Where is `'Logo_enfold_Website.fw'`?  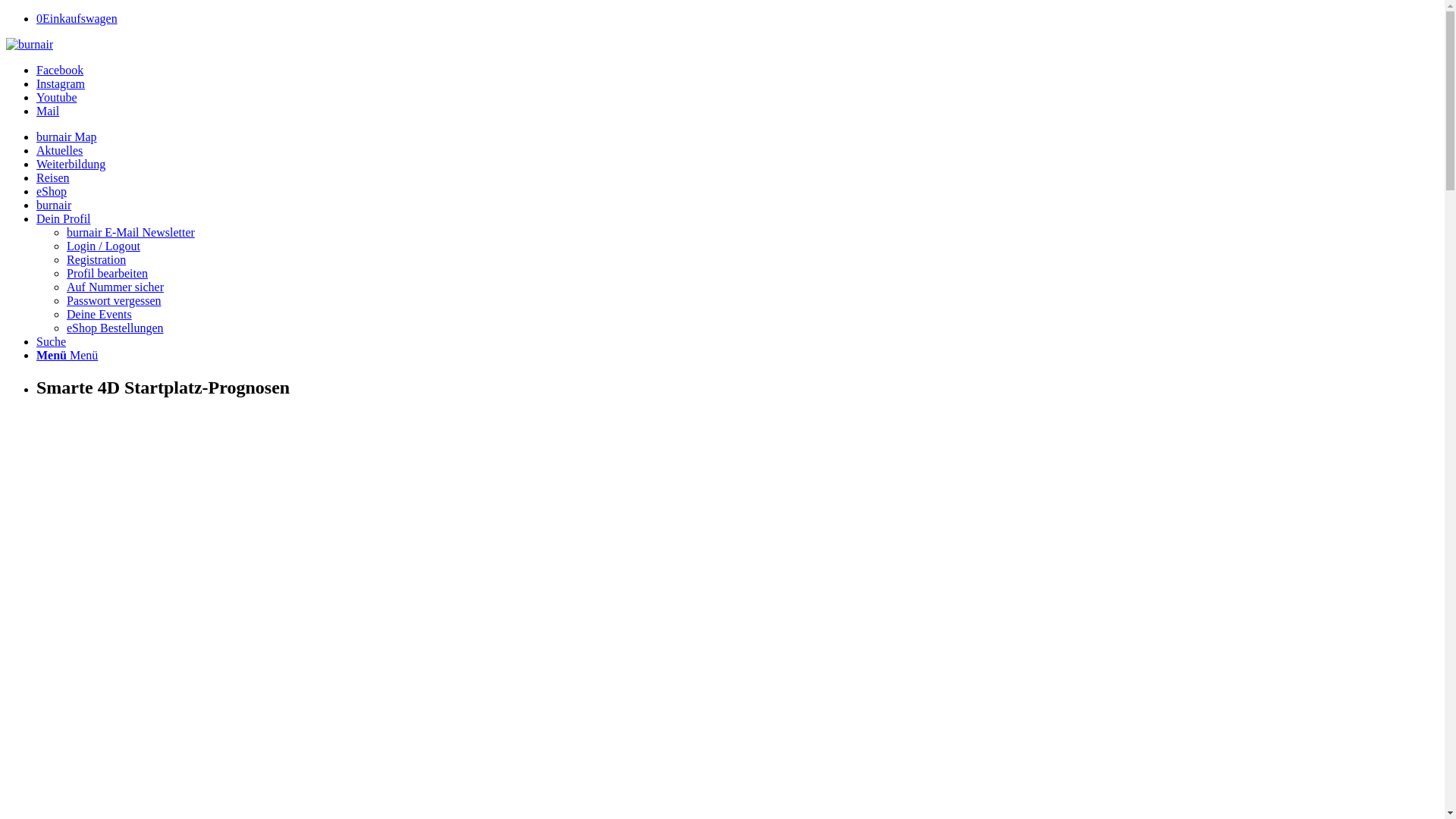
'Logo_enfold_Website.fw' is located at coordinates (6, 43).